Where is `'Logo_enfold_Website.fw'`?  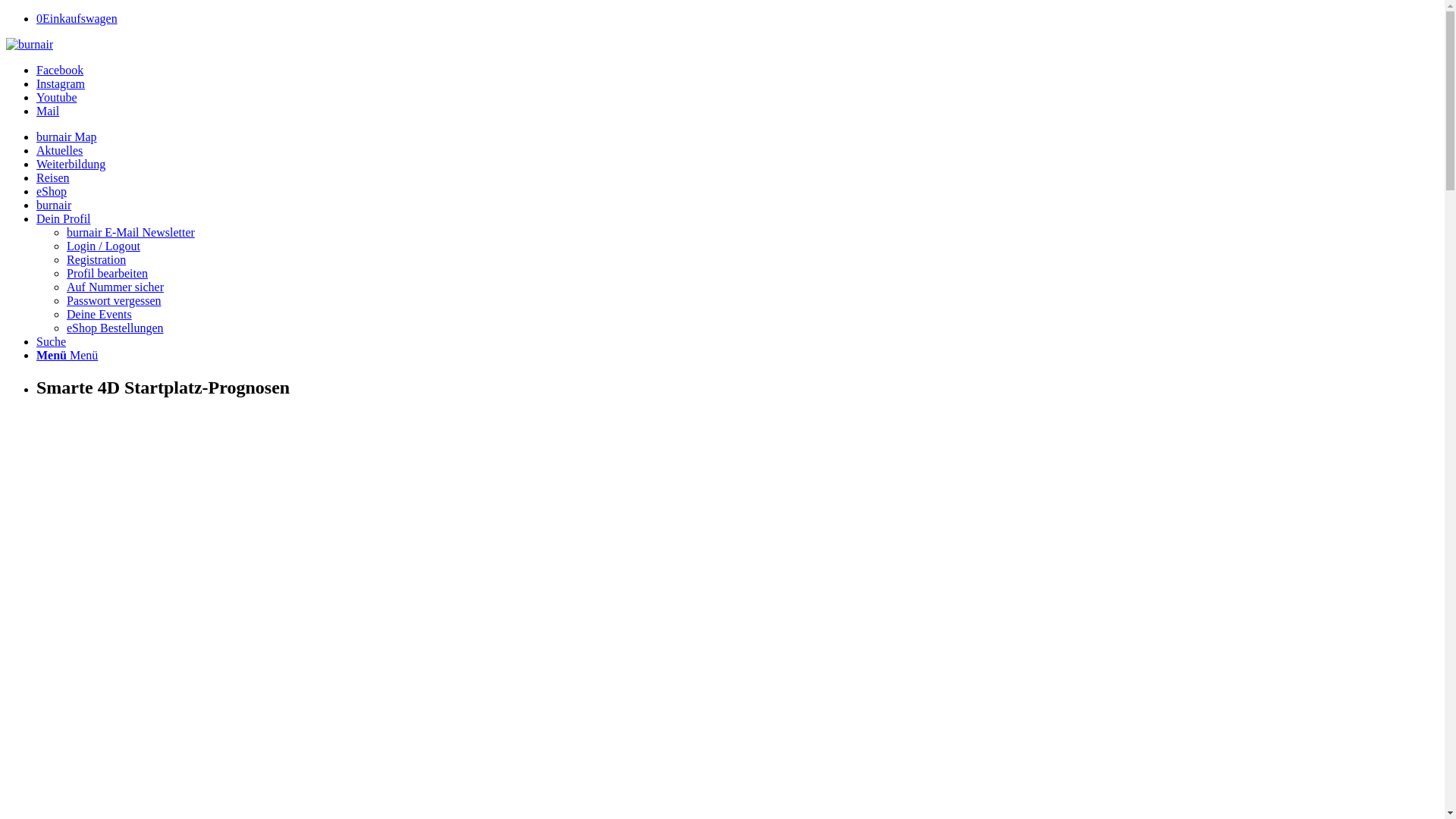
'Logo_enfold_Website.fw' is located at coordinates (6, 43).